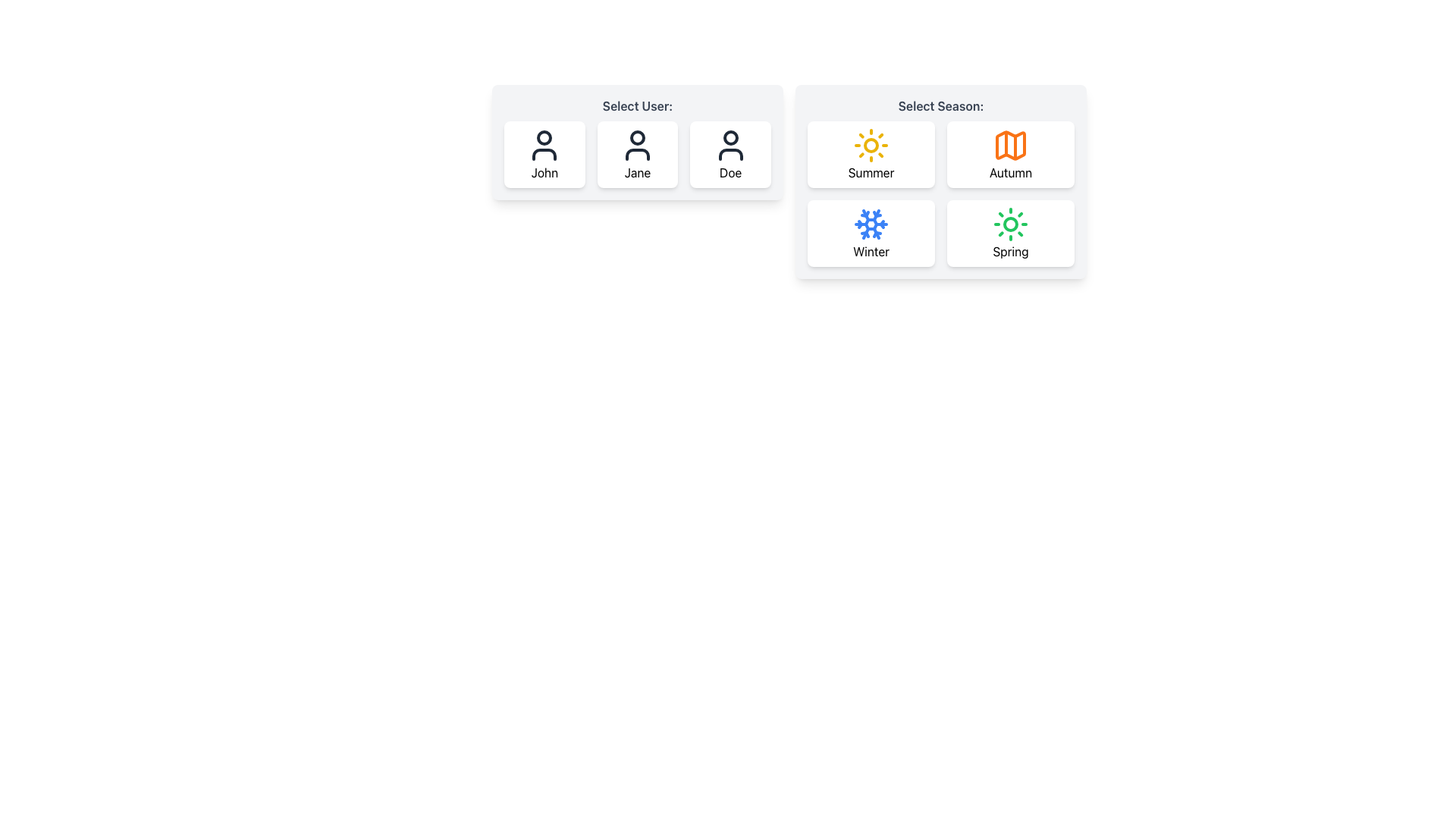  Describe the element at coordinates (637, 105) in the screenshot. I see `the text label that says 'Select User:' which is styled in bold gray font and located at the top of the user selection section` at that location.